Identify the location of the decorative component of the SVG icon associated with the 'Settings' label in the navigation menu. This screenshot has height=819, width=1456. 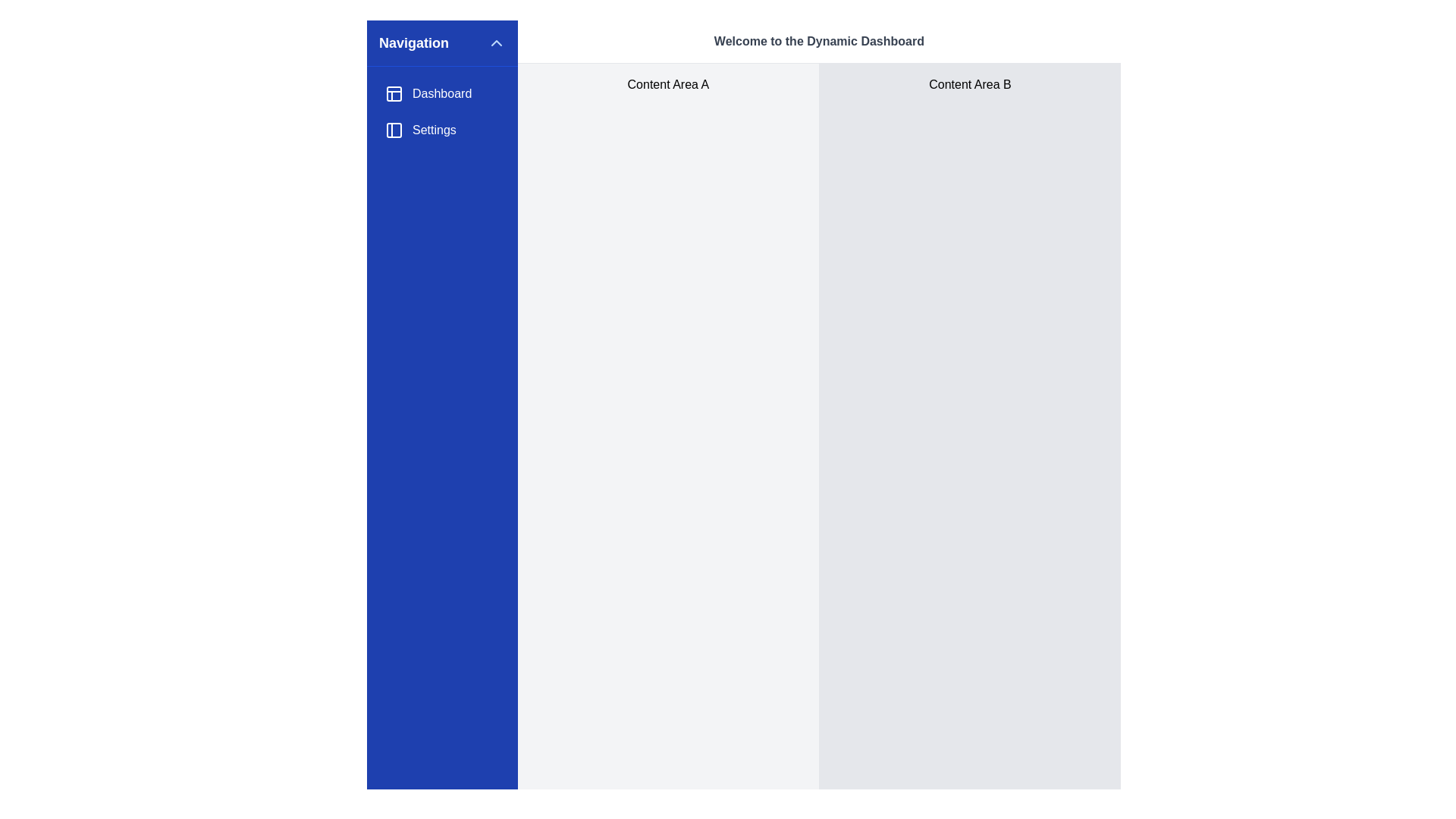
(394, 130).